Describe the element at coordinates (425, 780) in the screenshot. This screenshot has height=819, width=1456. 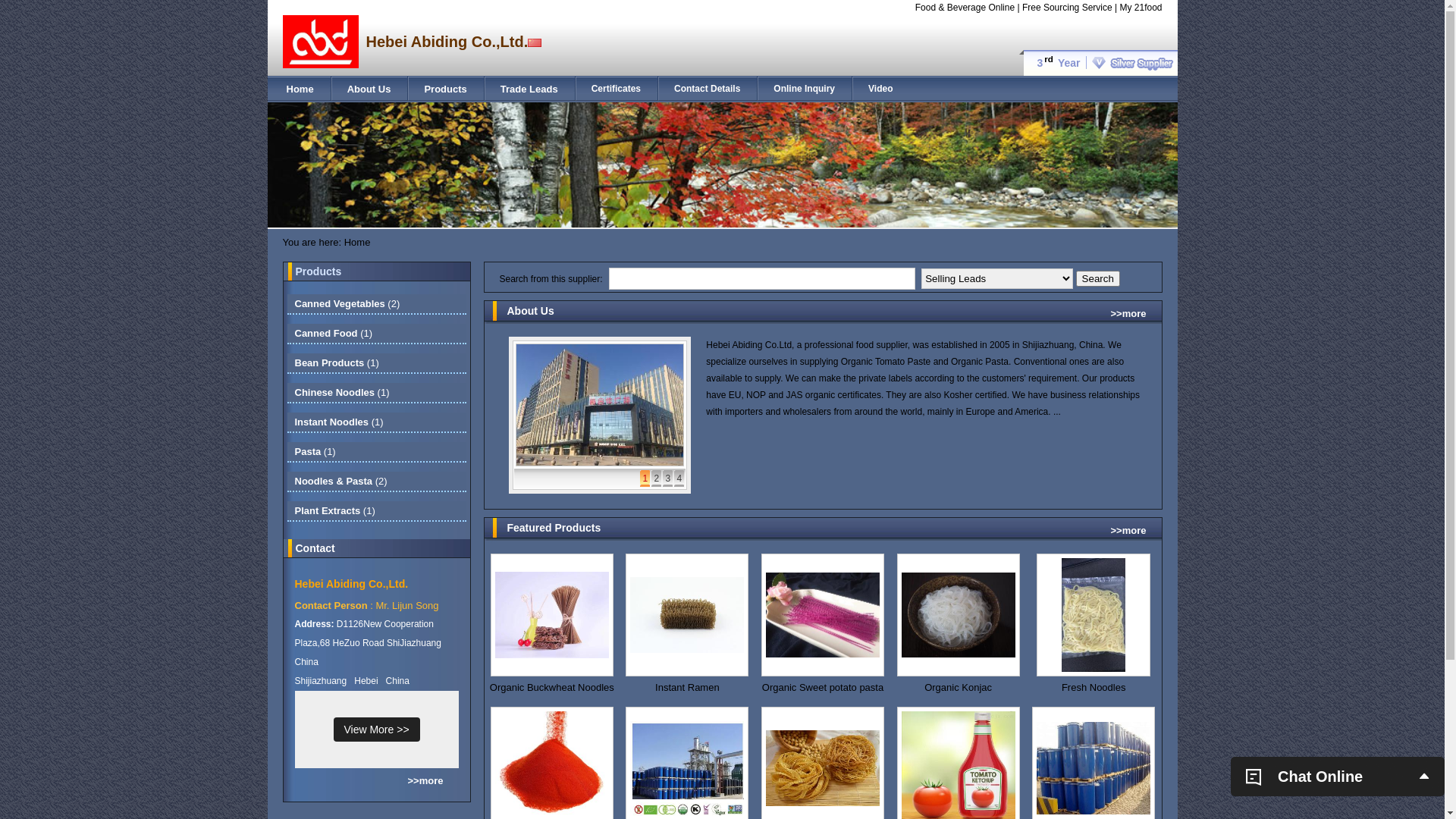
I see `'>>more'` at that location.